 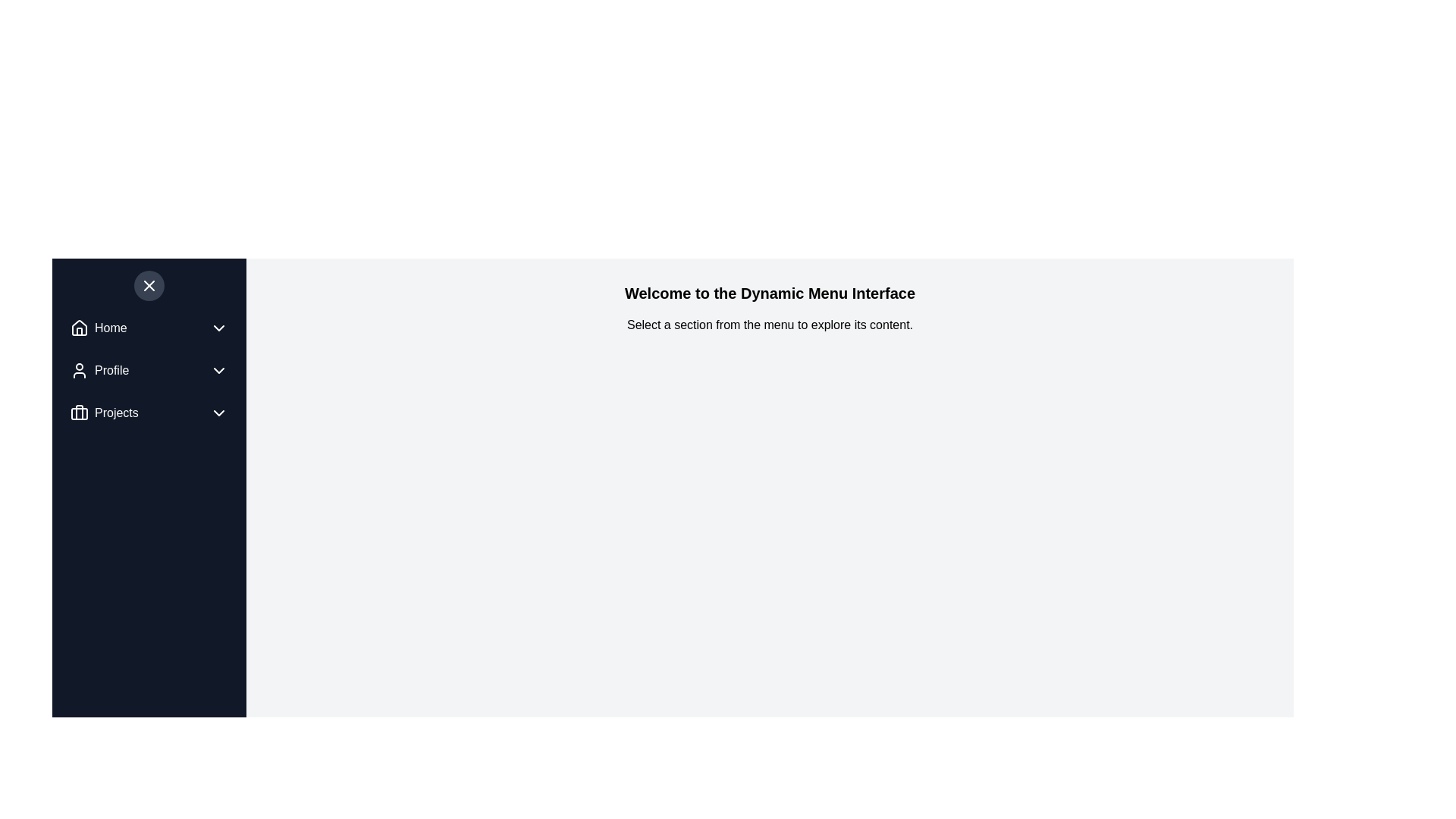 What do you see at coordinates (149, 413) in the screenshot?
I see `the 'Projects' menu item in the sidebar` at bounding box center [149, 413].